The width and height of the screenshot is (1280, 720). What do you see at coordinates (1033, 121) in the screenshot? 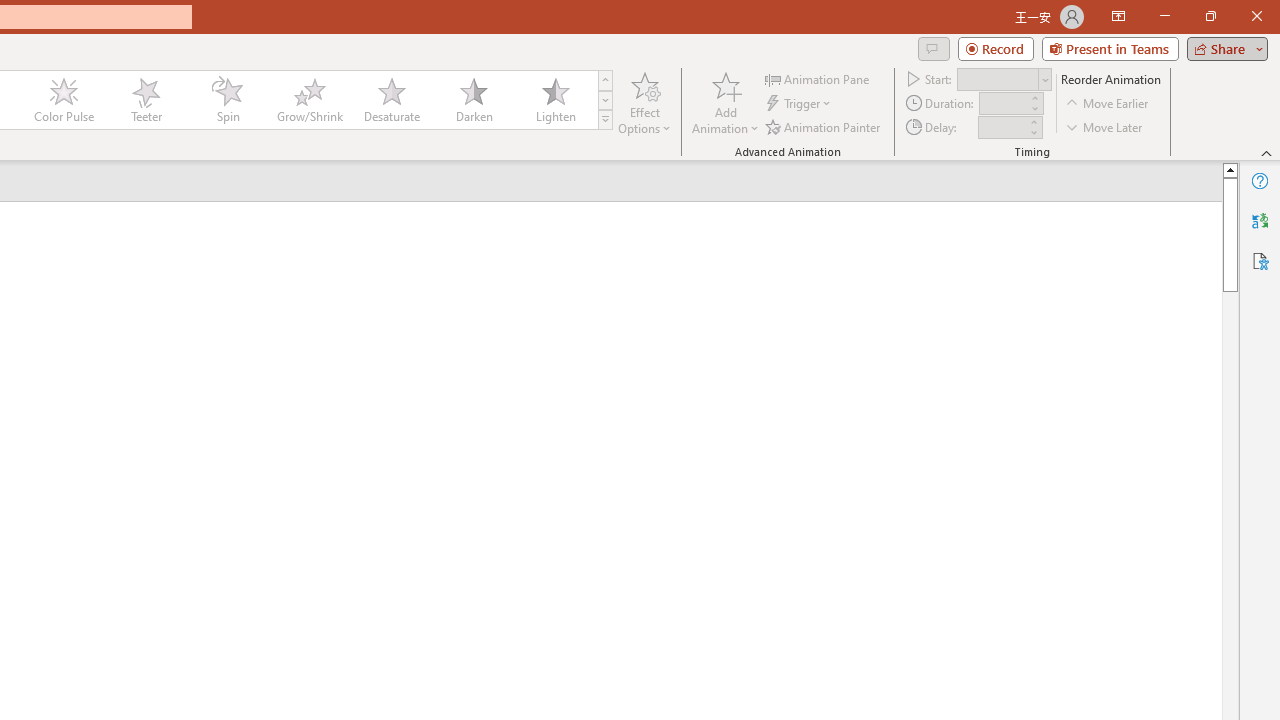
I see `'More'` at bounding box center [1033, 121].